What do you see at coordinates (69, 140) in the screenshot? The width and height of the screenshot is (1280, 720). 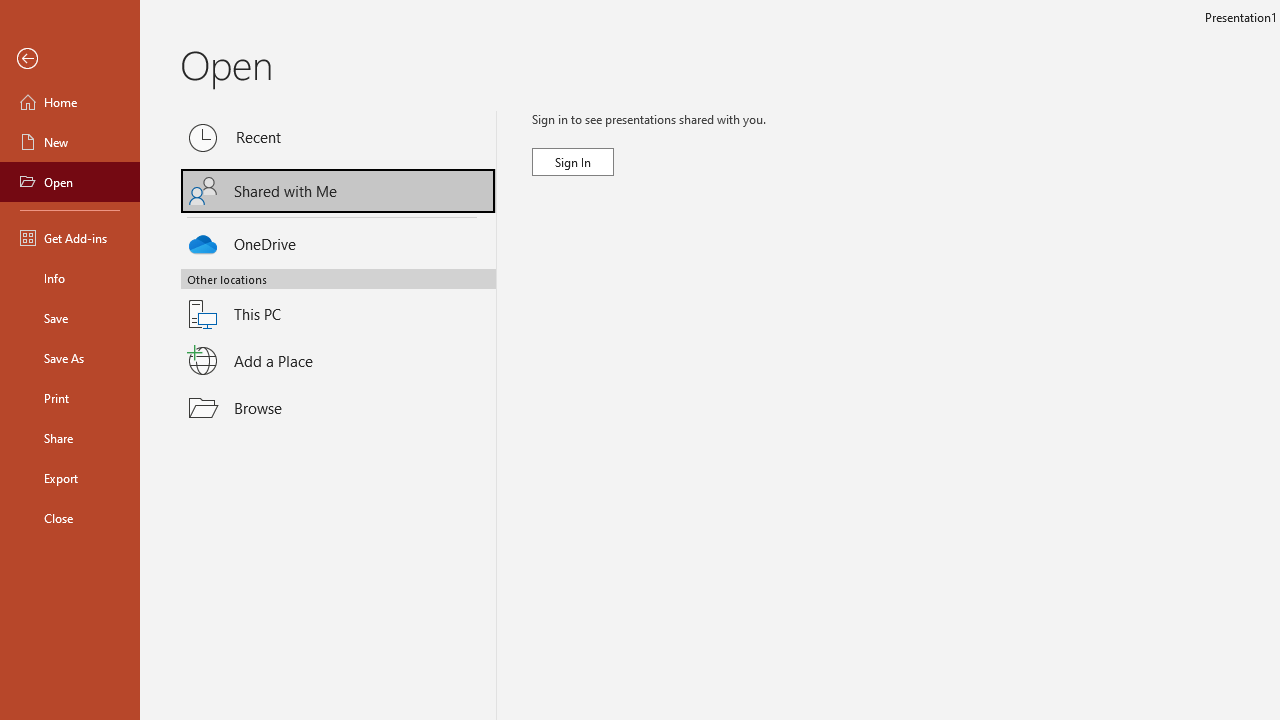 I see `'New'` at bounding box center [69, 140].